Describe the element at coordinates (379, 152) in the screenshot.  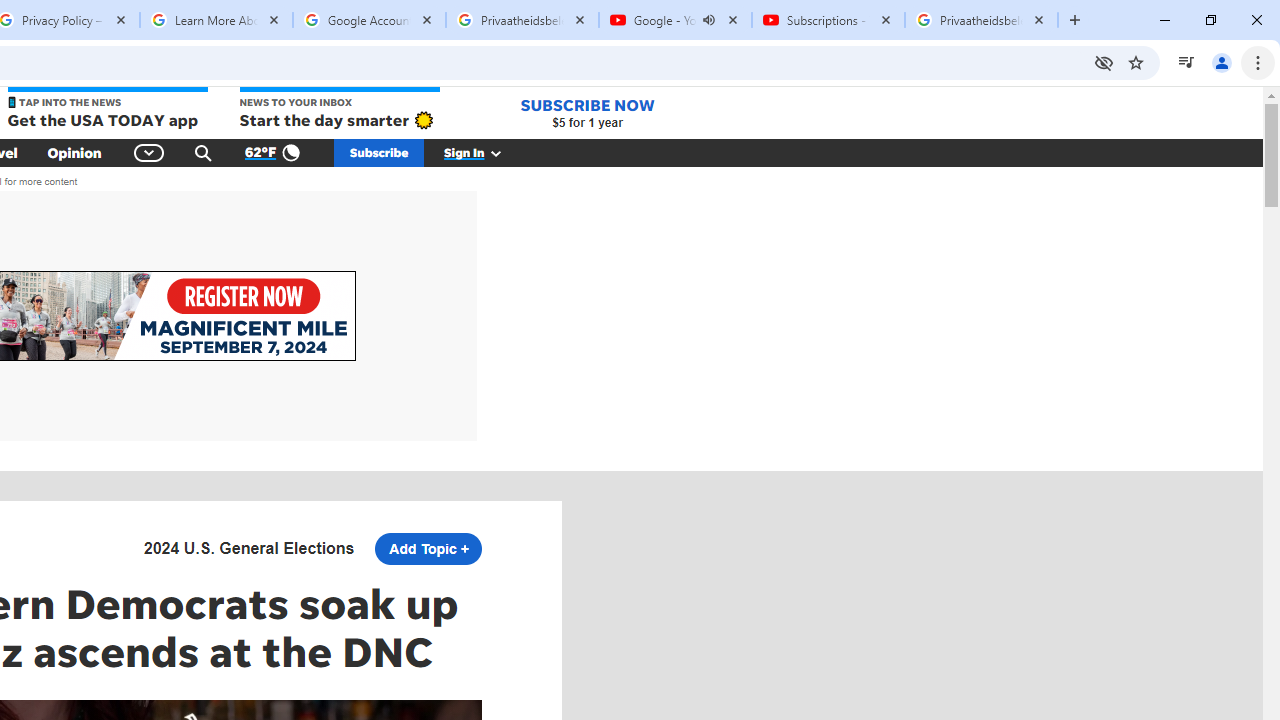
I see `'Subscribe'` at that location.